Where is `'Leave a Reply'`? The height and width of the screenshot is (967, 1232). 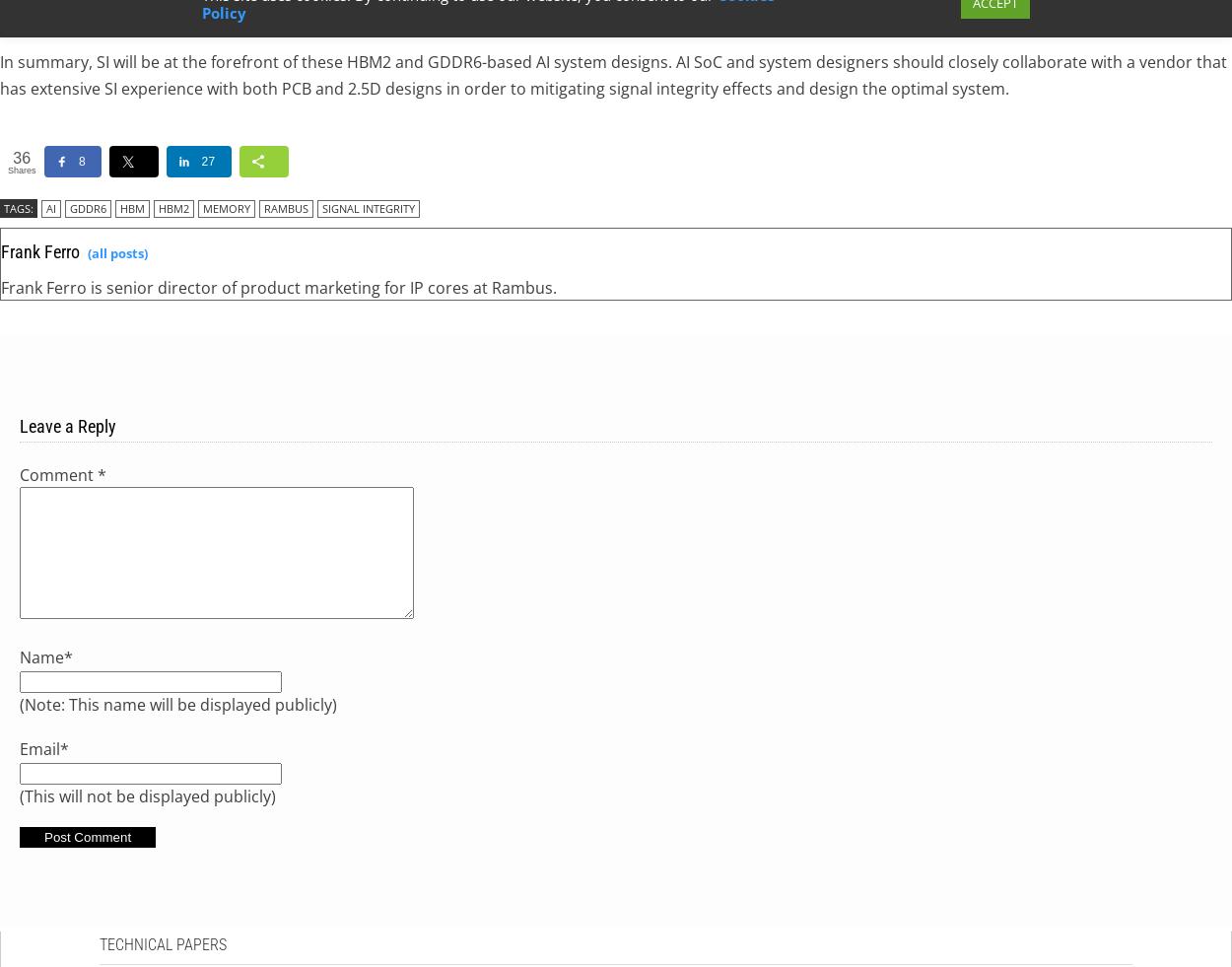
'Leave a Reply' is located at coordinates (67, 424).